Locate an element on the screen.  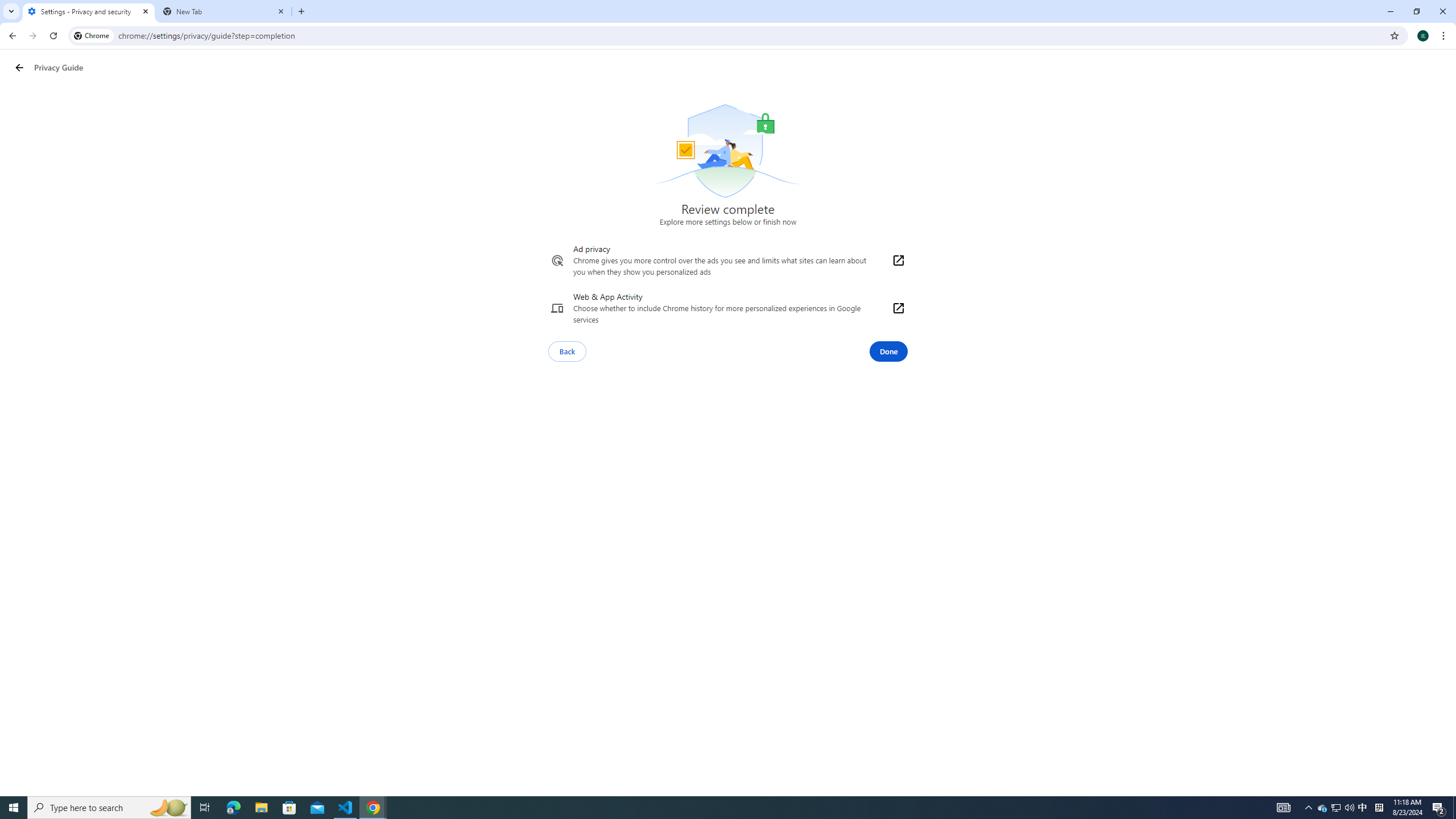
'Search tabs' is located at coordinates (11, 11).